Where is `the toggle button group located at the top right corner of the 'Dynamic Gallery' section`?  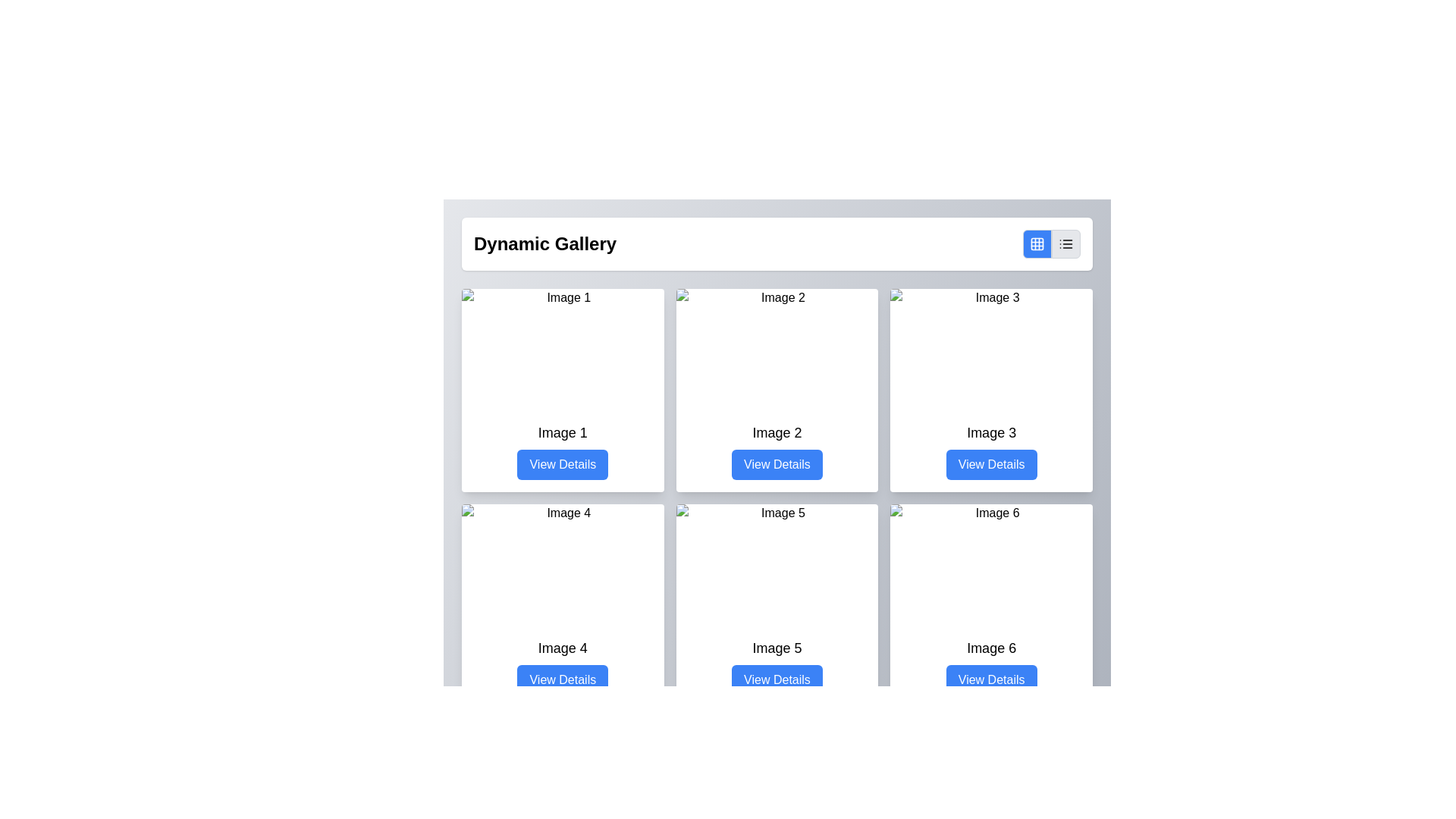
the toggle button group located at the top right corner of the 'Dynamic Gallery' section is located at coordinates (1051, 243).